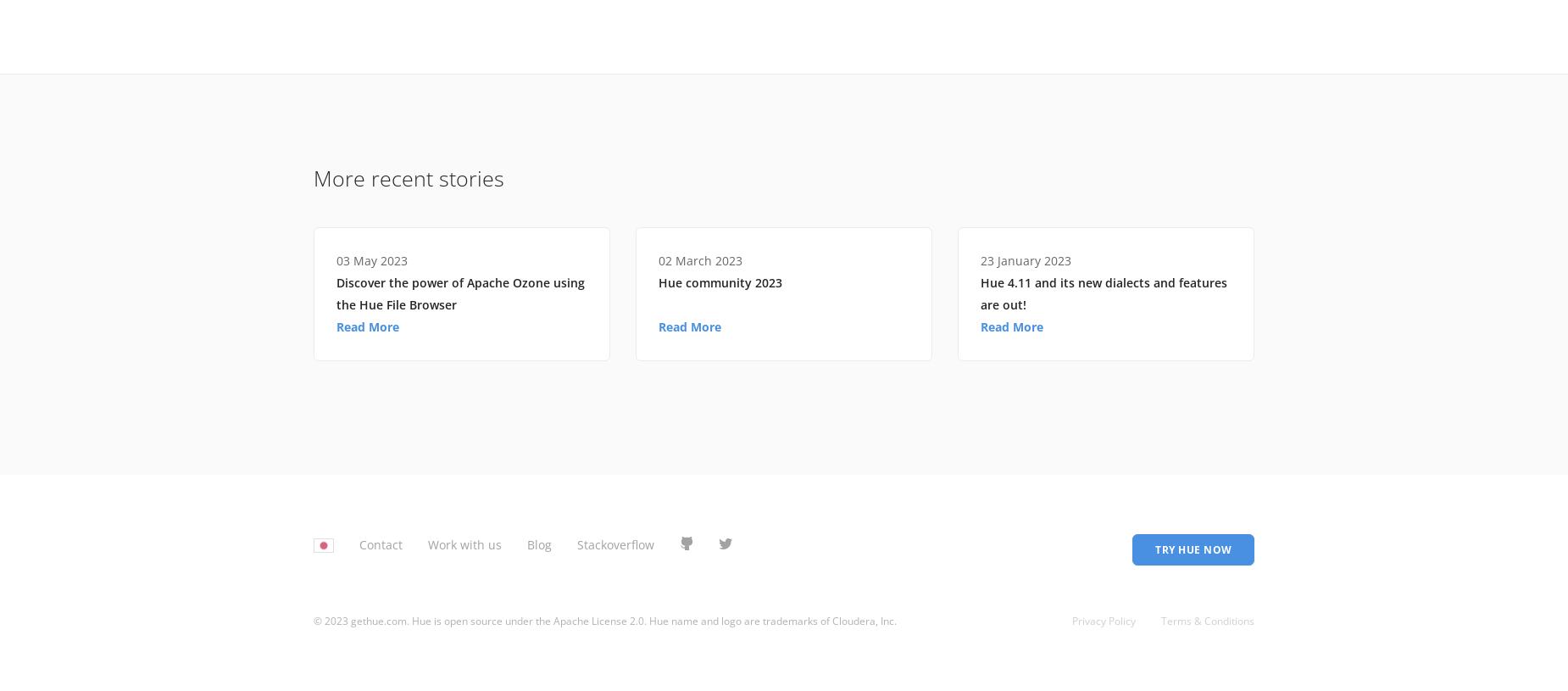 The image size is (1568, 691). Describe the element at coordinates (409, 176) in the screenshot. I see `'More recent stories'` at that location.